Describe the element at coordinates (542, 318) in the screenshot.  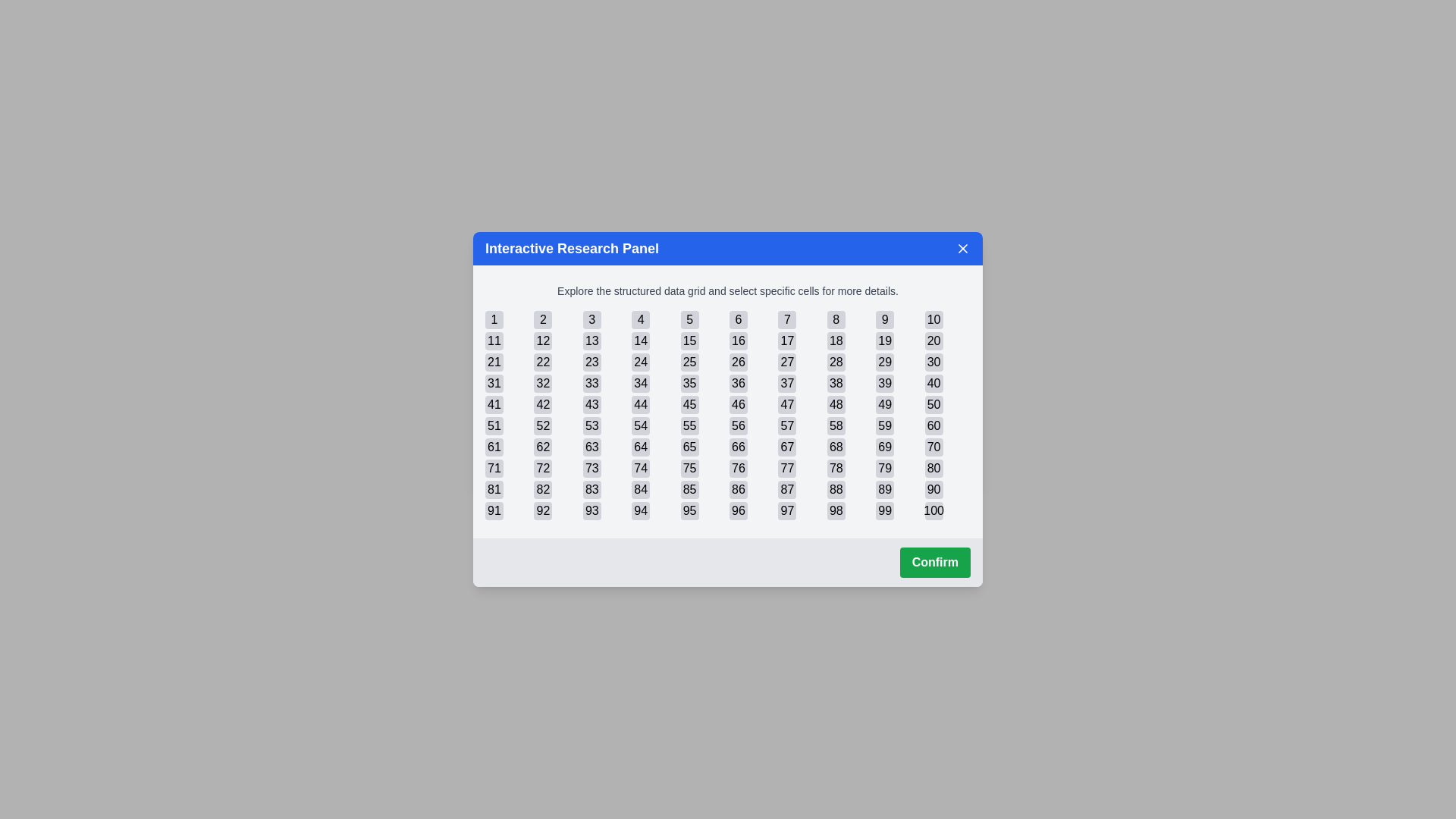
I see `the cell with the number 2 in the grid` at that location.